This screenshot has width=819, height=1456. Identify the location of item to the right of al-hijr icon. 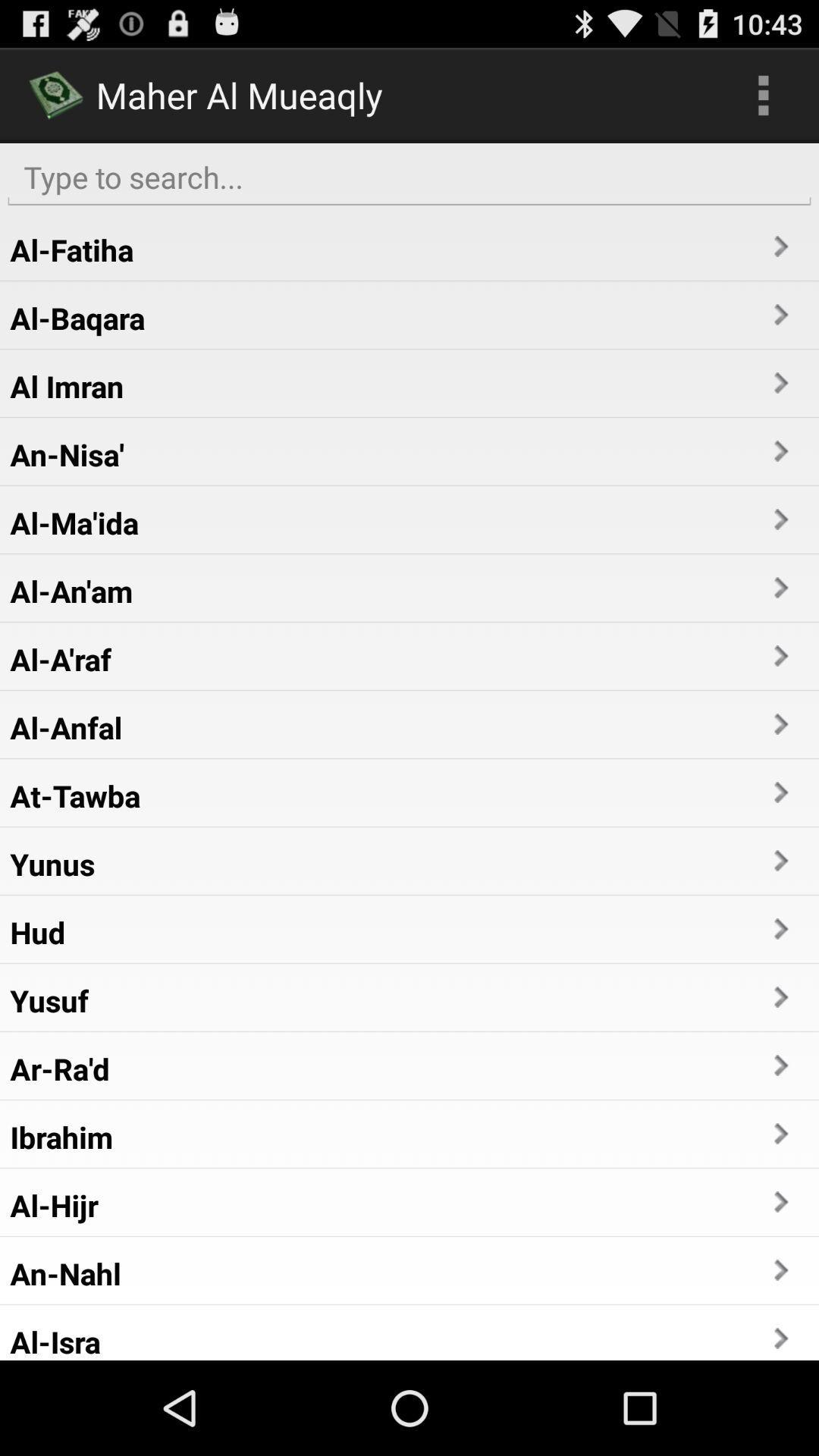
(780, 1201).